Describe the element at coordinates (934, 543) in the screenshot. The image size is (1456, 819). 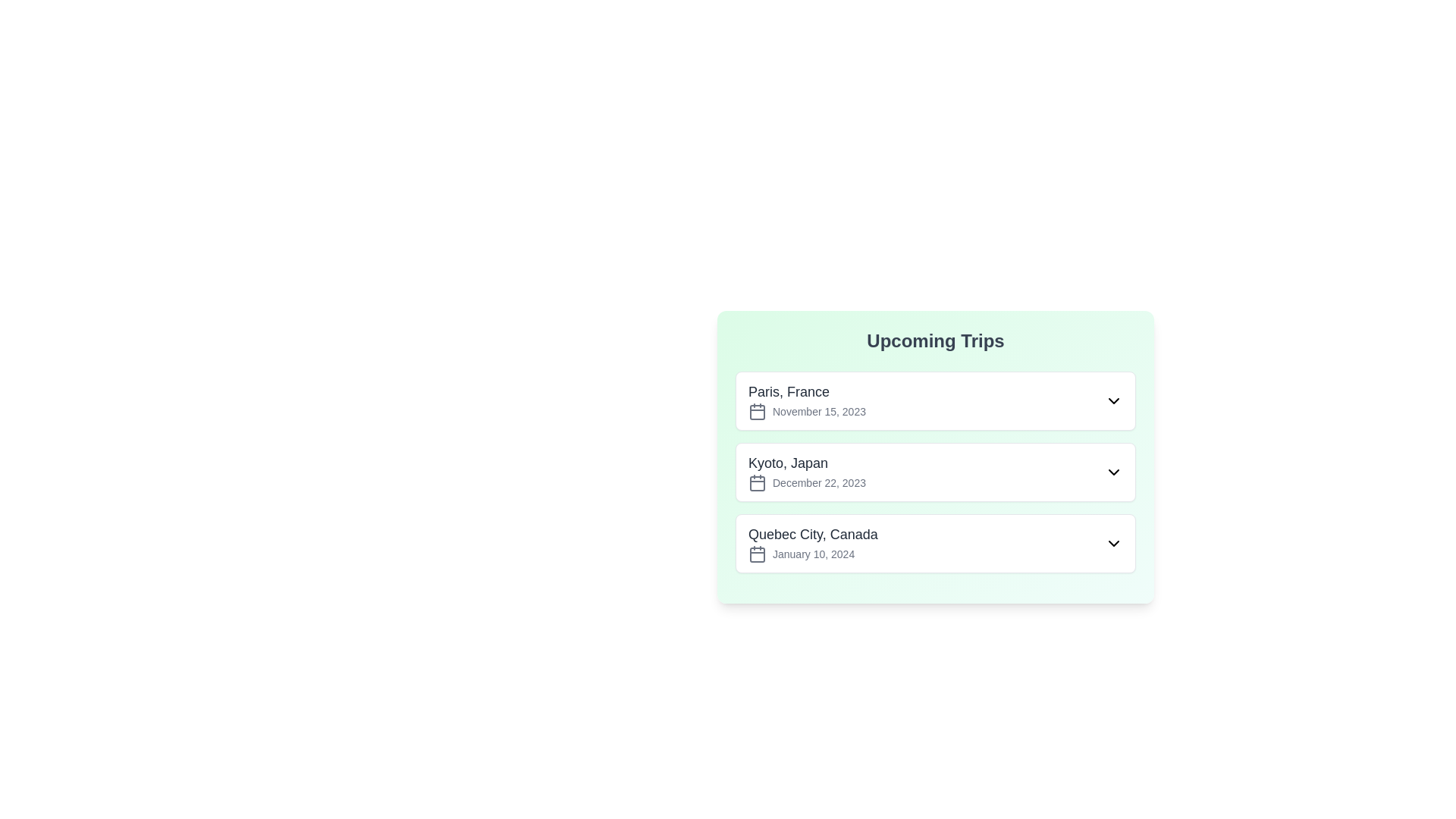
I see `the third list item labeled 'Quebec City, Canada'` at that location.